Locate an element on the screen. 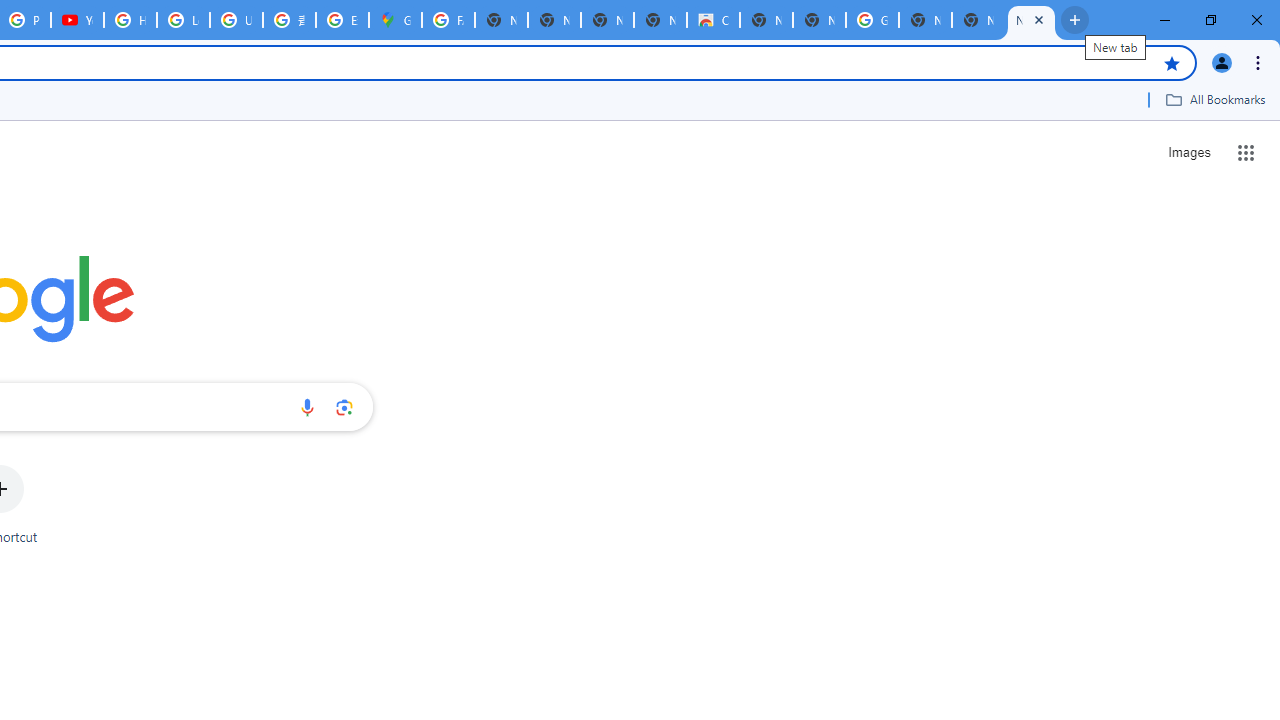  'You' is located at coordinates (1220, 61).